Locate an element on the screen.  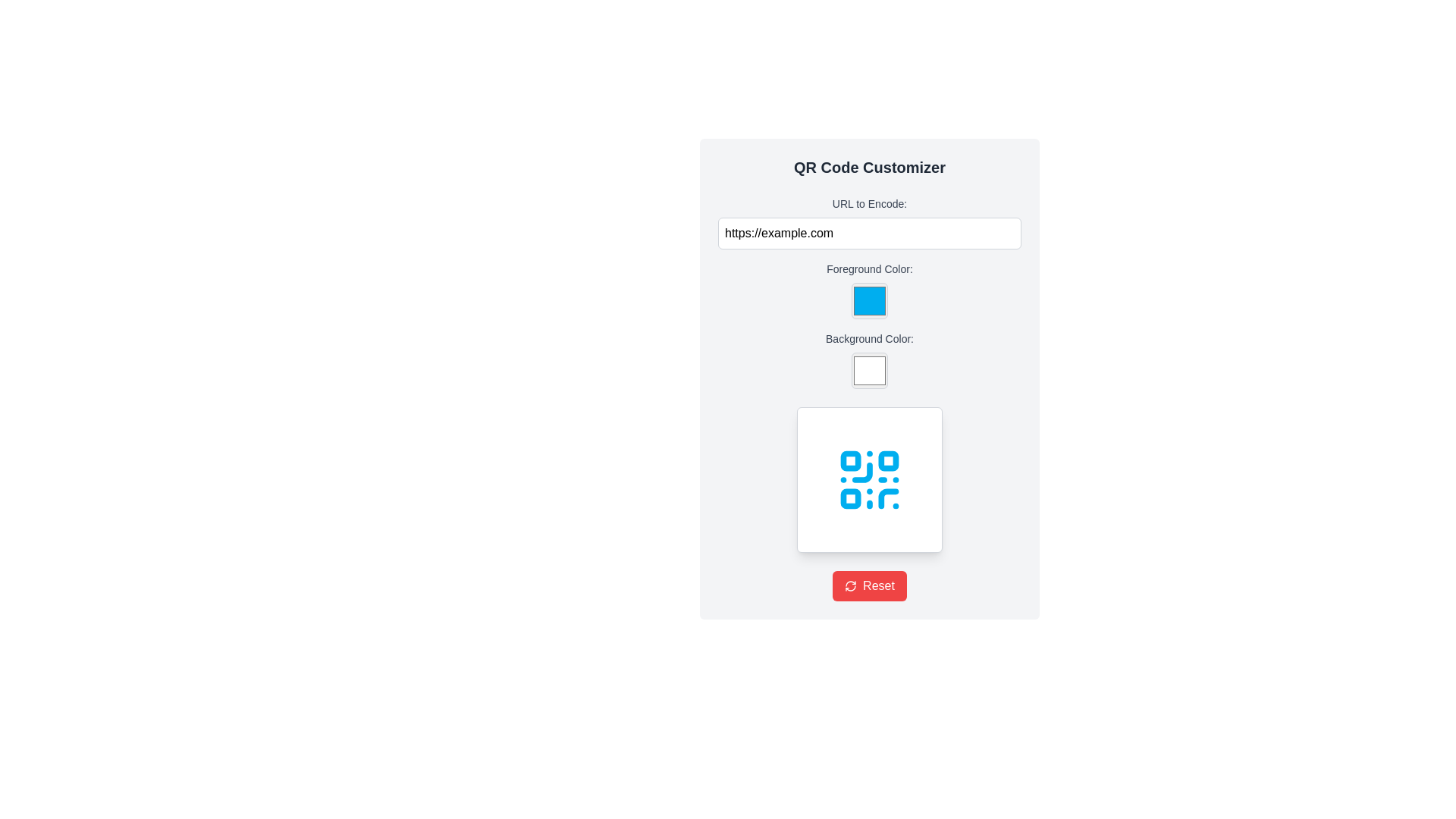
the small square shape with rounded corners and a blue fill located in the top-left corner of the QR code design is located at coordinates (851, 460).